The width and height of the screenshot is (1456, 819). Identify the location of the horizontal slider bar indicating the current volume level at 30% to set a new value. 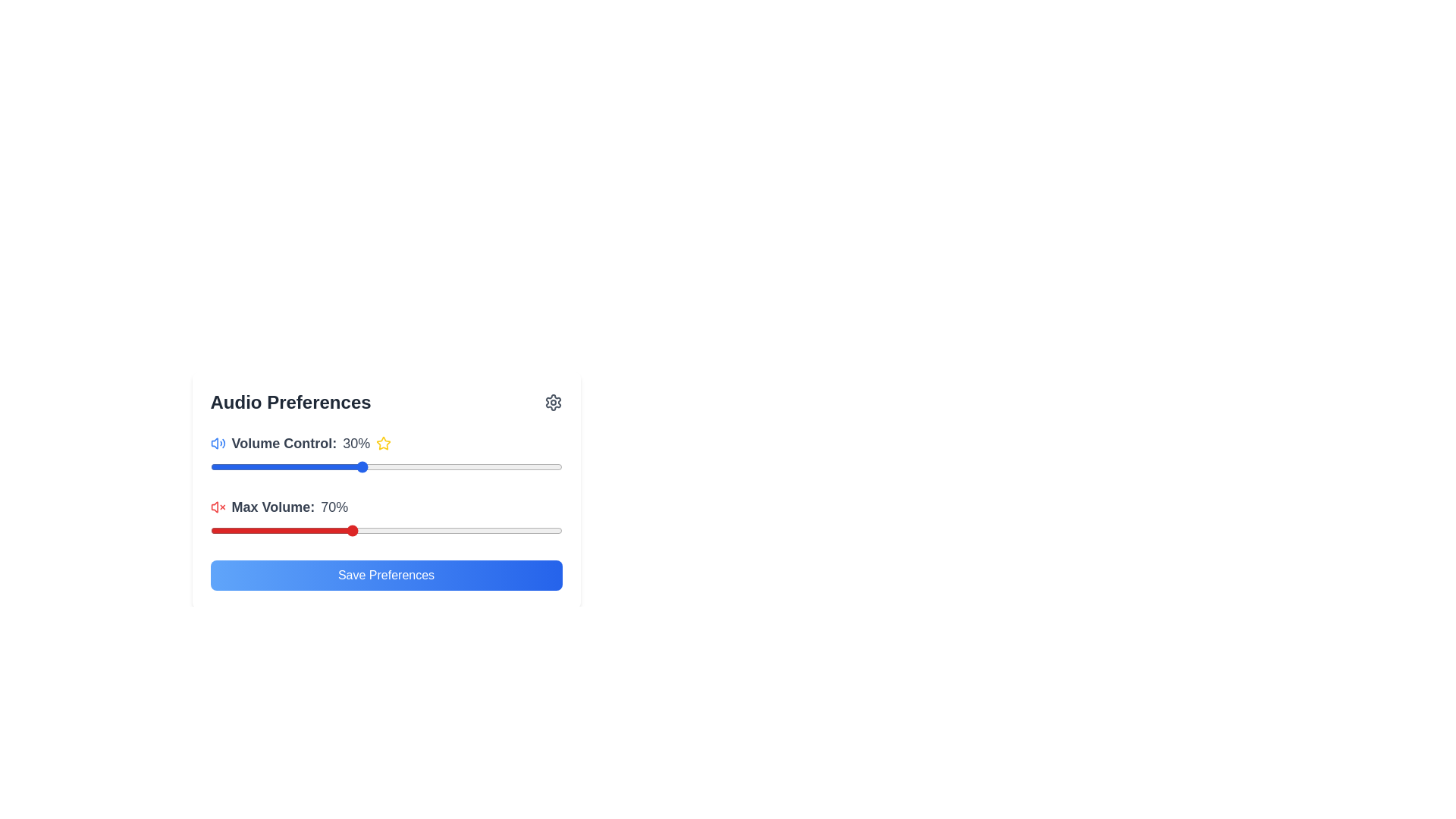
(386, 466).